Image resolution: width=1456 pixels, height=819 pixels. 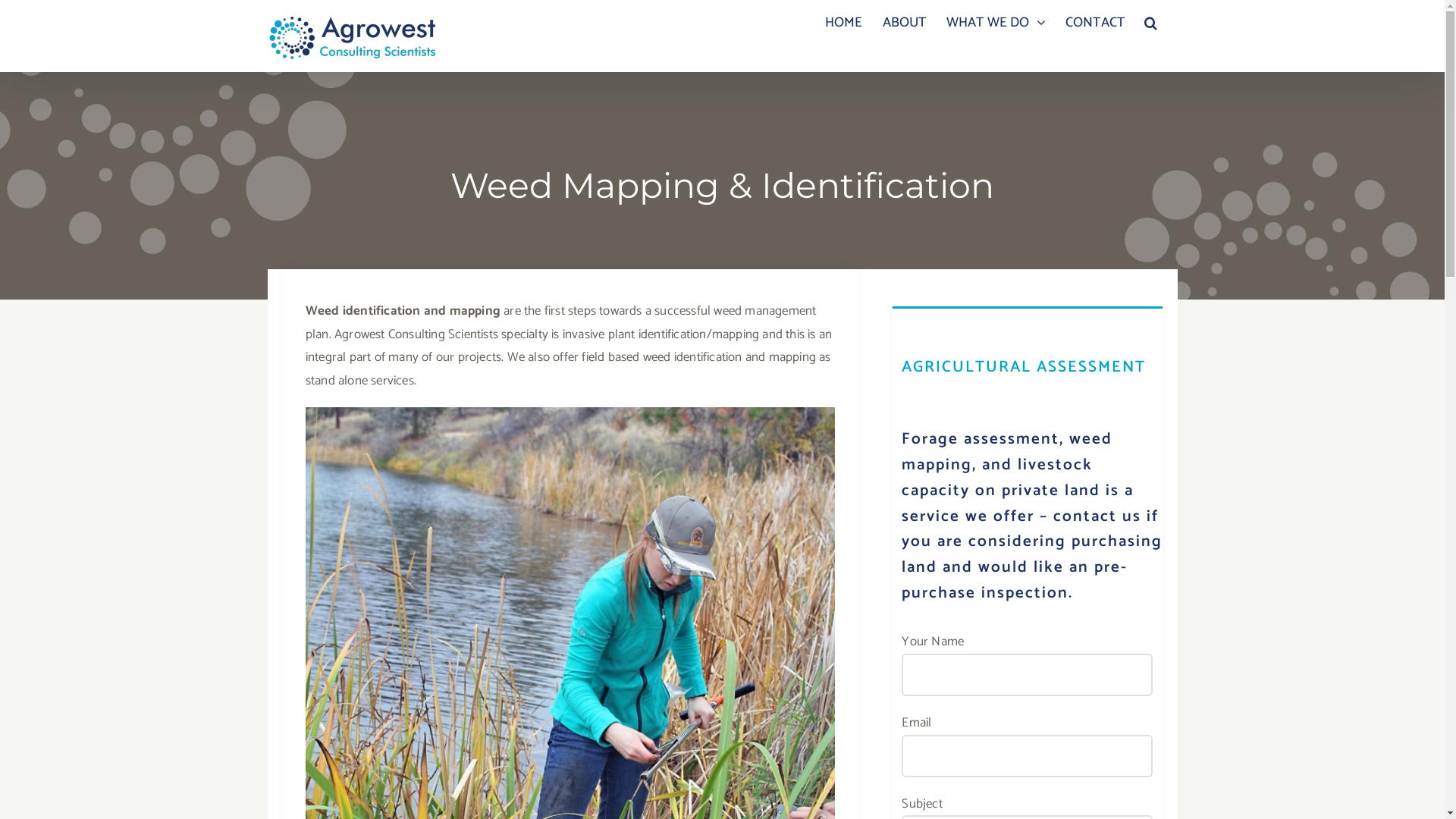 What do you see at coordinates (1144, 23) in the screenshot?
I see `'Search'` at bounding box center [1144, 23].